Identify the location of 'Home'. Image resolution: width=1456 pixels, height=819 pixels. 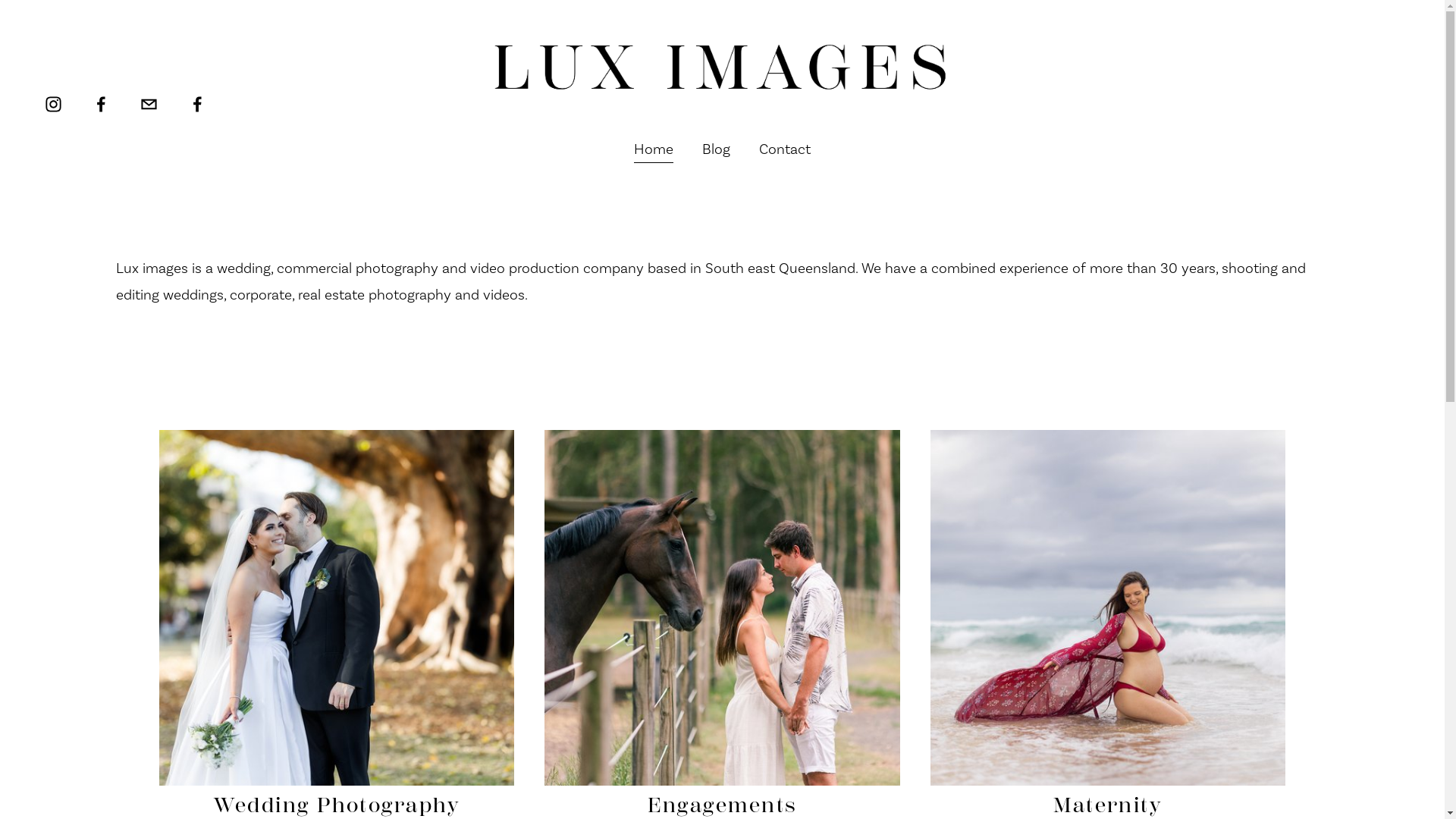
(654, 149).